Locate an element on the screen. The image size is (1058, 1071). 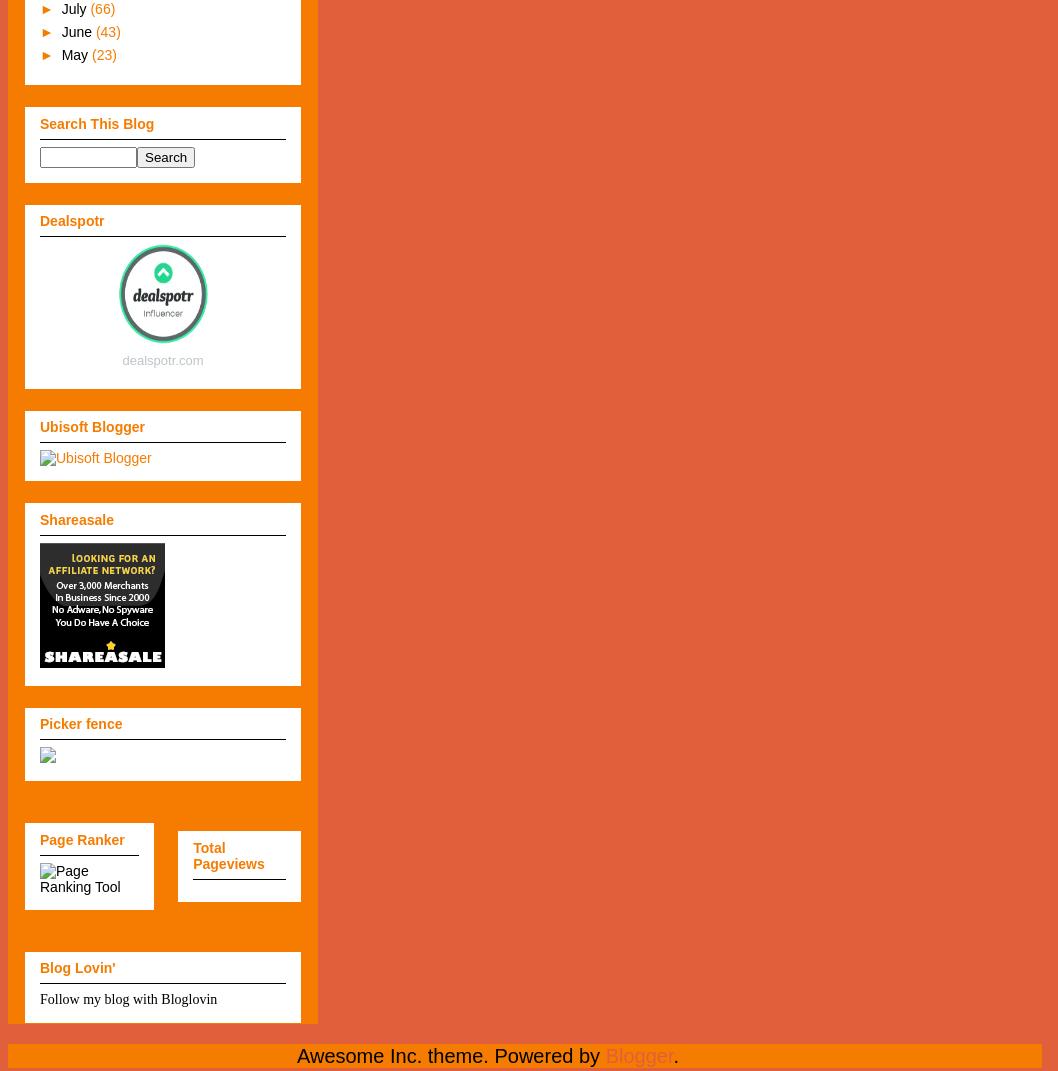
'.' is located at coordinates (671, 1056).